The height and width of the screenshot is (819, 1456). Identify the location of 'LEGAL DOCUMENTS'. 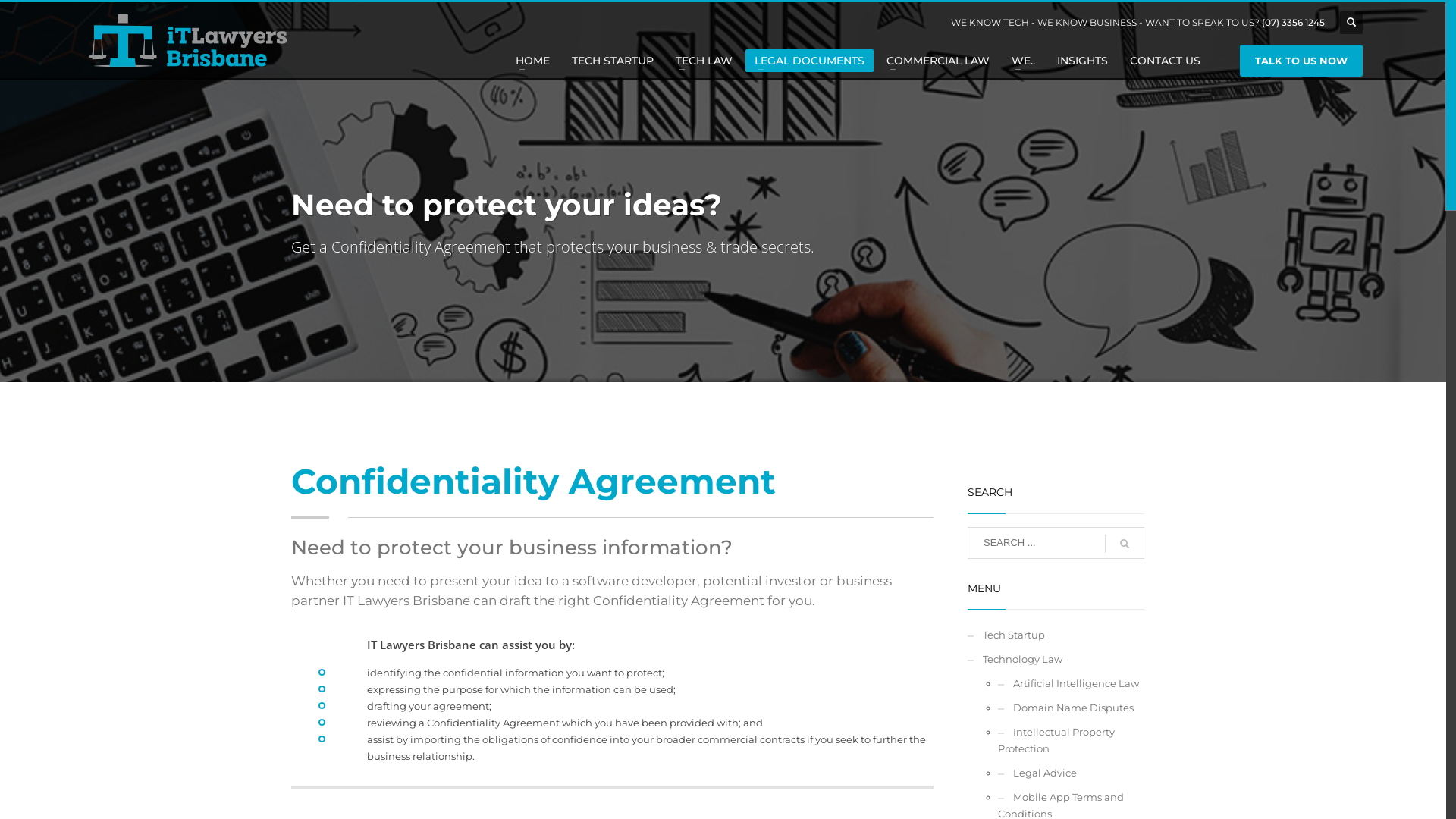
(808, 60).